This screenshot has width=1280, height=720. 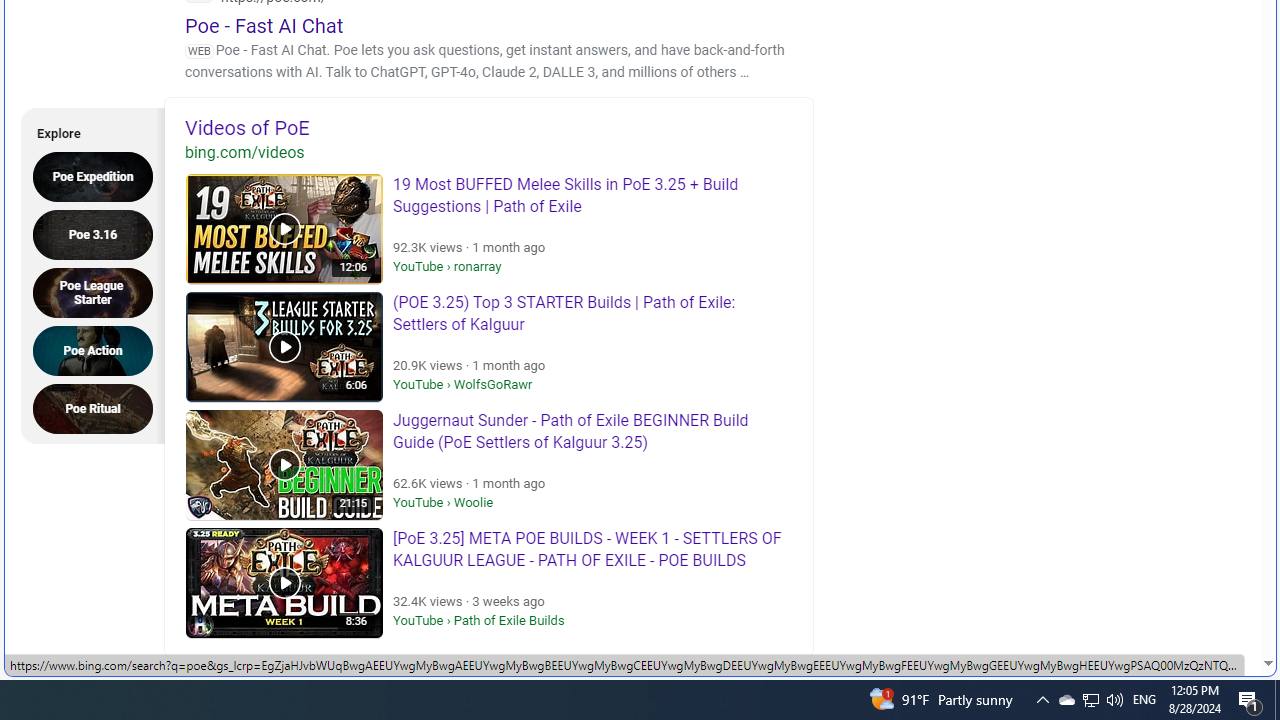 I want to click on 'Poe League Starter', so click(x=98, y=292).